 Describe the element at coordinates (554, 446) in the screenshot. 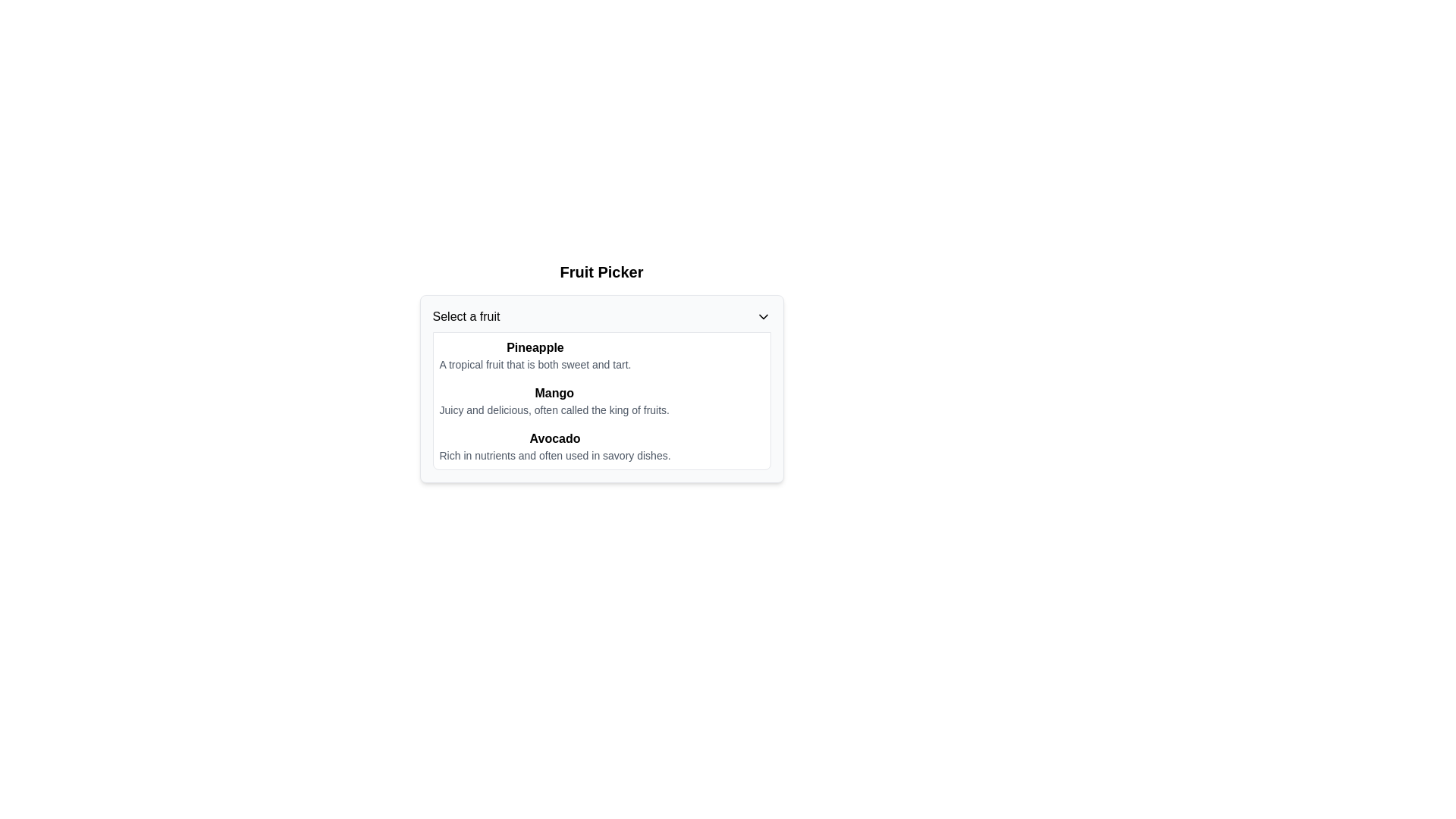

I see `the text element that reads 'Avocado', which is styled in bold and is the third item in the dropdown menu of fruit options` at that location.